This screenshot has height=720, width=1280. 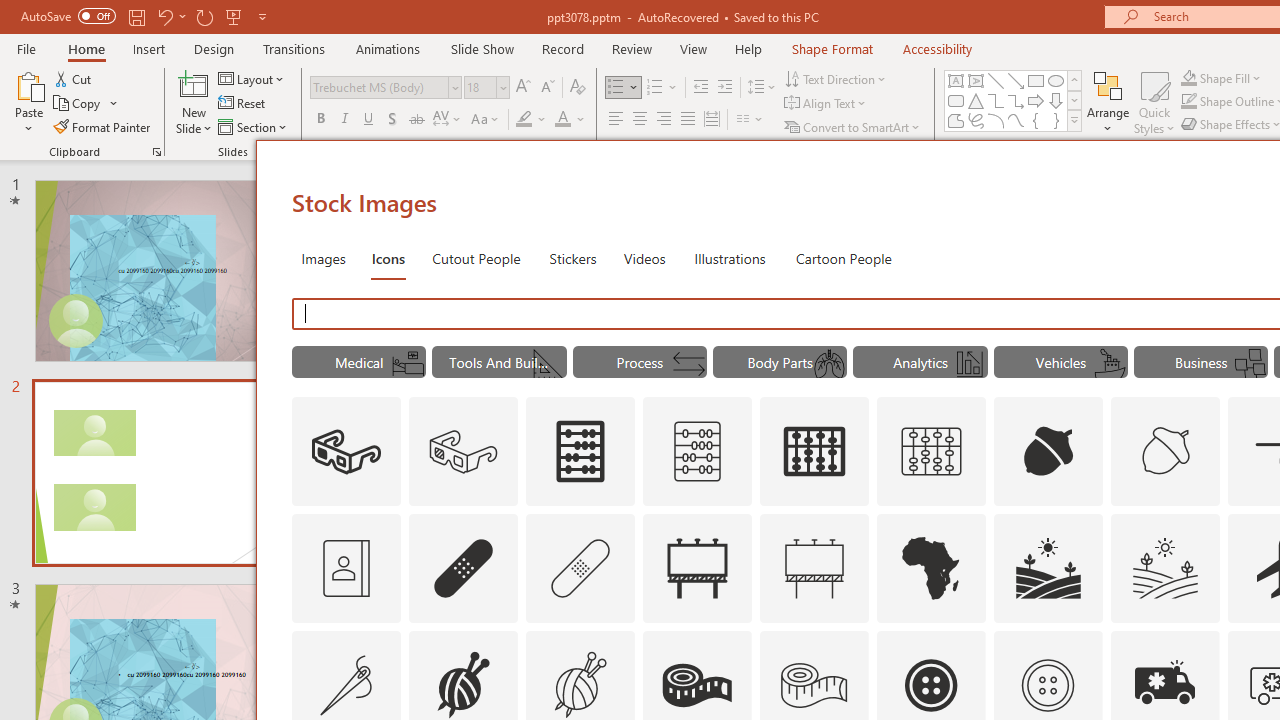 What do you see at coordinates (323, 257) in the screenshot?
I see `'Images'` at bounding box center [323, 257].